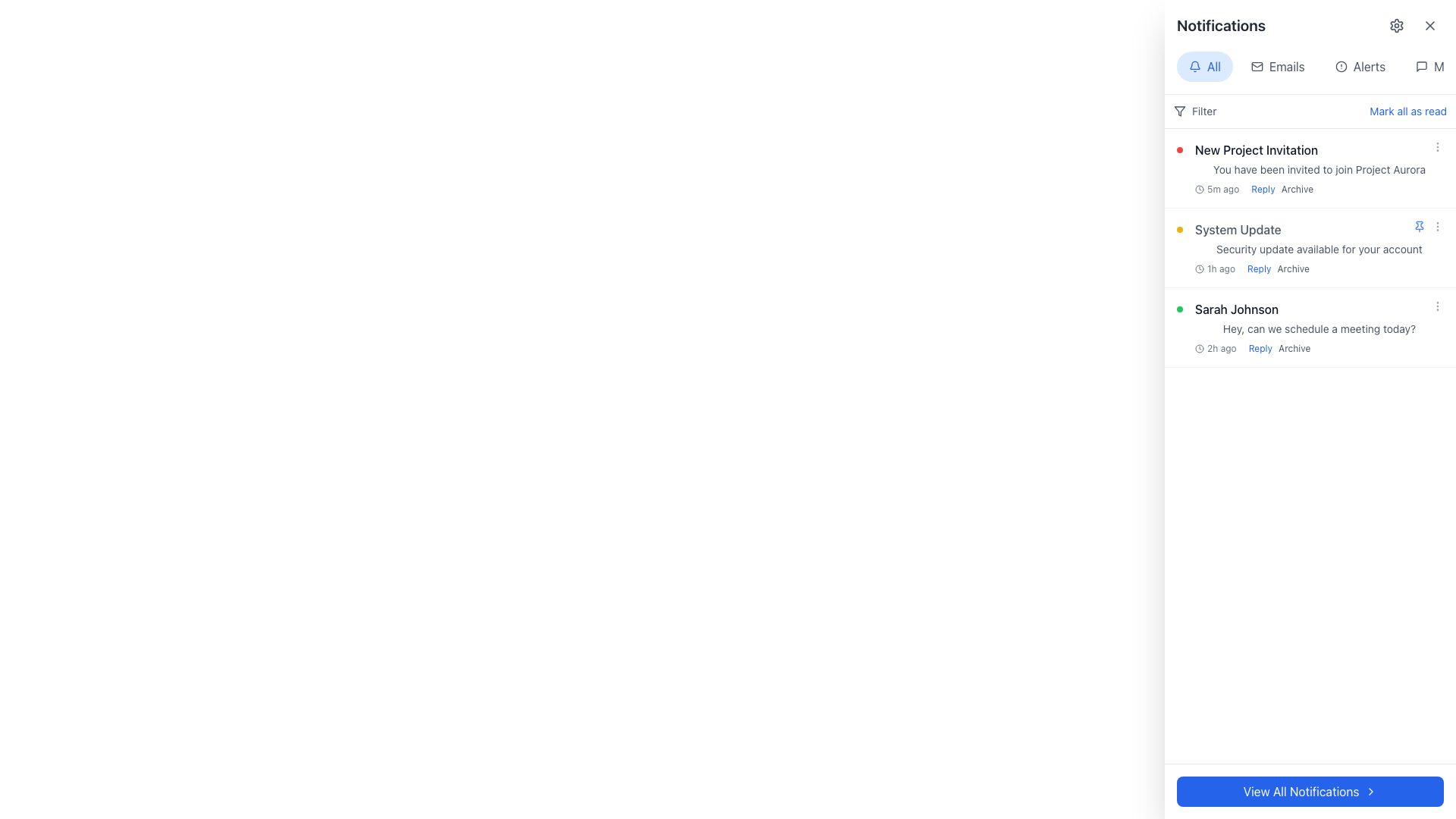  What do you see at coordinates (1292, 268) in the screenshot?
I see `the 'Archive' button located next to the 'Reply' button in the notification for 'System Update'` at bounding box center [1292, 268].